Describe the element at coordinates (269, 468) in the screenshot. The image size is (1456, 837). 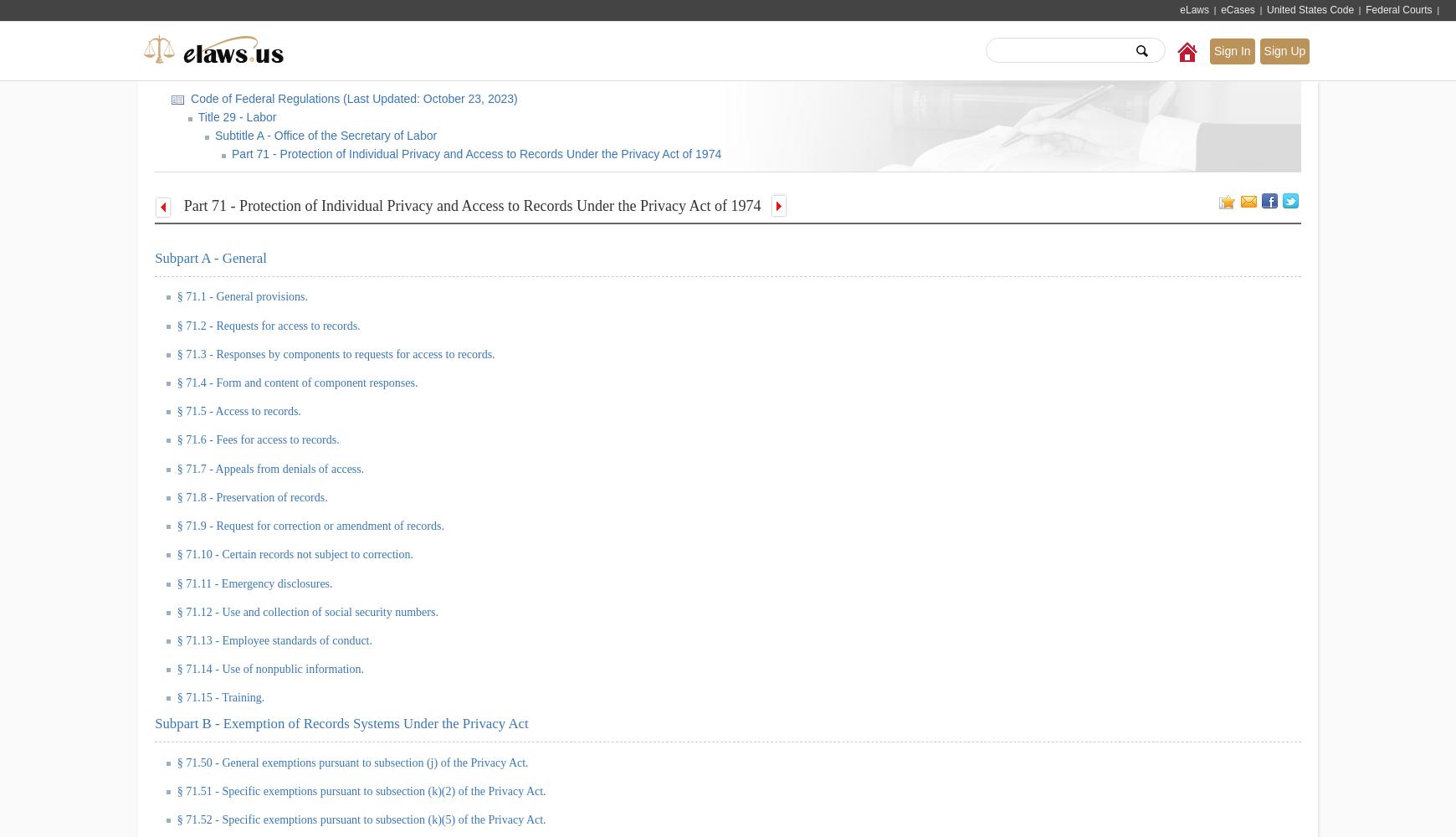
I see `'§ 71.7 - Appeals from denials of access.'` at that location.